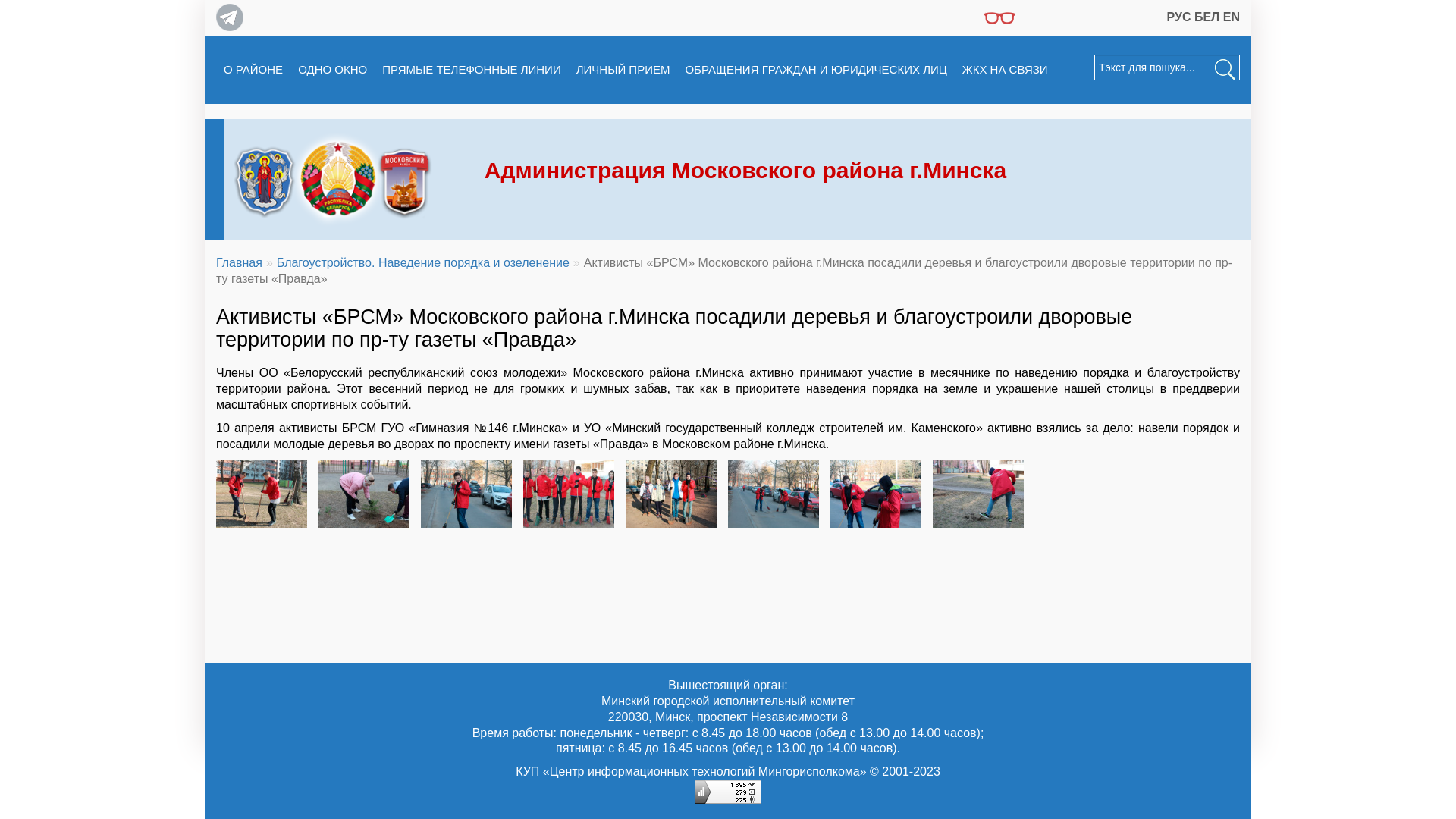 This screenshot has height=819, width=1456. What do you see at coordinates (1231, 17) in the screenshot?
I see `'EN'` at bounding box center [1231, 17].